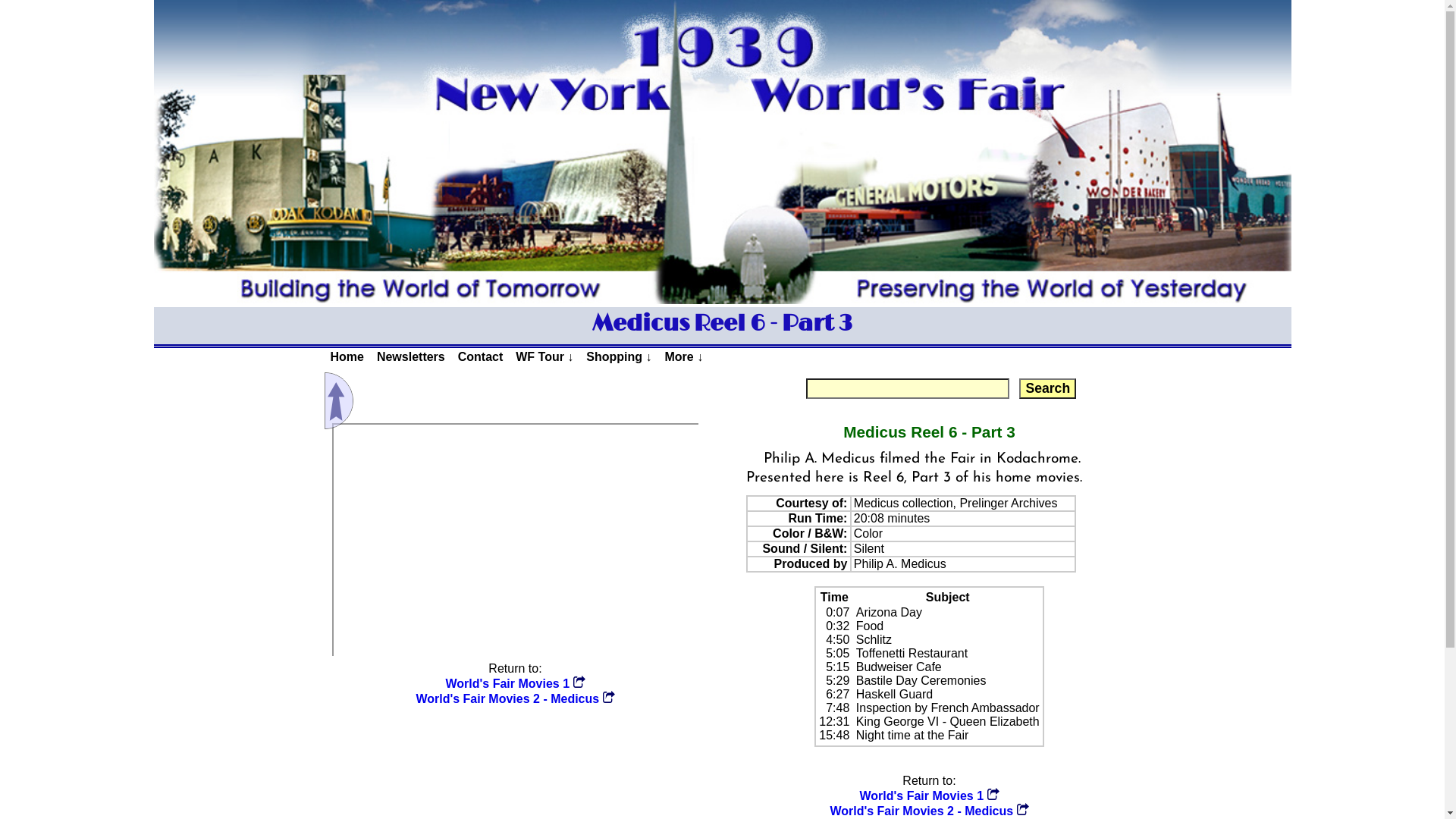 The width and height of the screenshot is (1456, 819). Describe the element at coordinates (453, 357) in the screenshot. I see `'Contact'` at that location.